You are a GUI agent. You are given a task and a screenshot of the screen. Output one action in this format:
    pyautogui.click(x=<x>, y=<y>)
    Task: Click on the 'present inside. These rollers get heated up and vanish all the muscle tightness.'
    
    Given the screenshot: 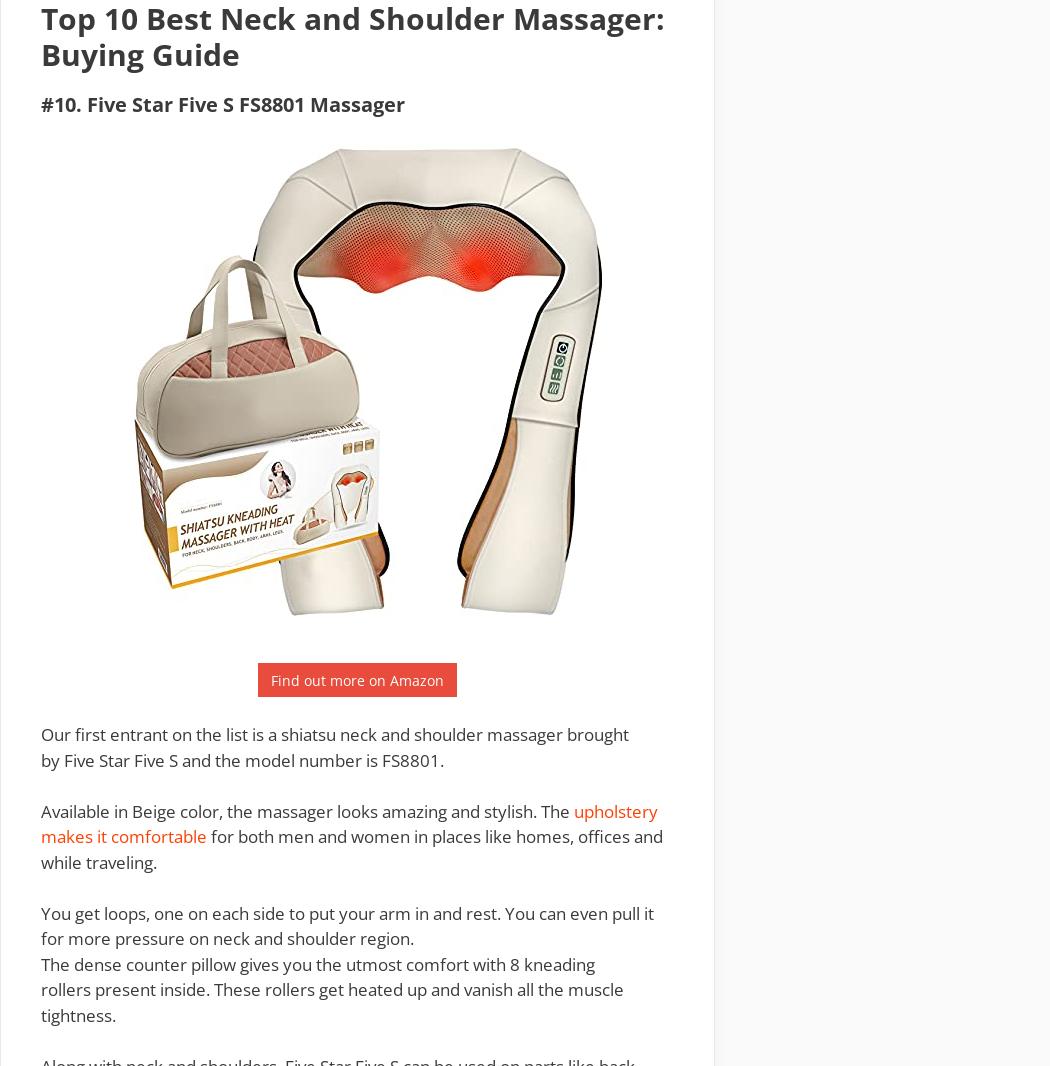 What is the action you would take?
    pyautogui.click(x=39, y=1002)
    